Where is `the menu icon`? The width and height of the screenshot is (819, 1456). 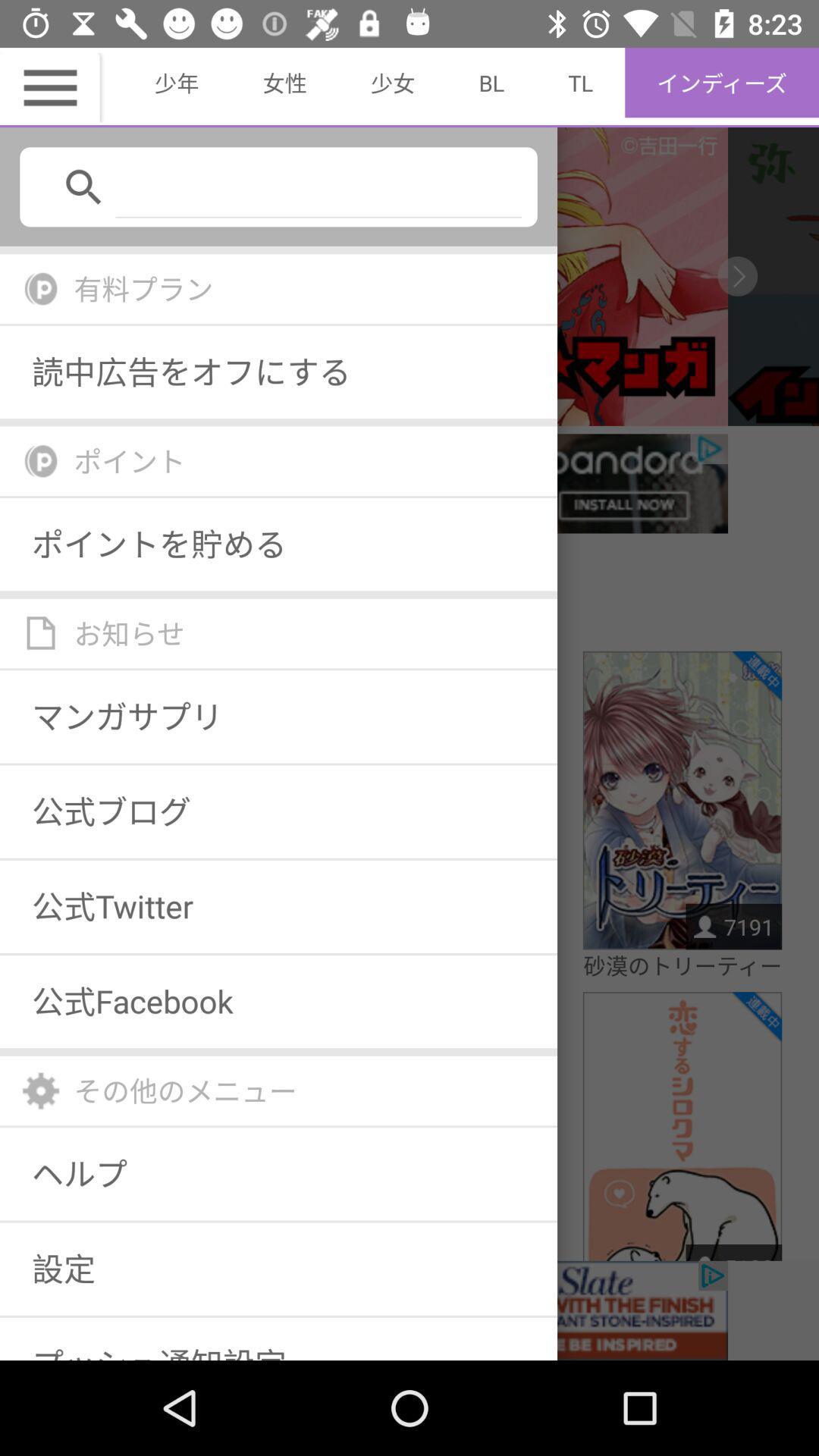 the menu icon is located at coordinates (52, 86).